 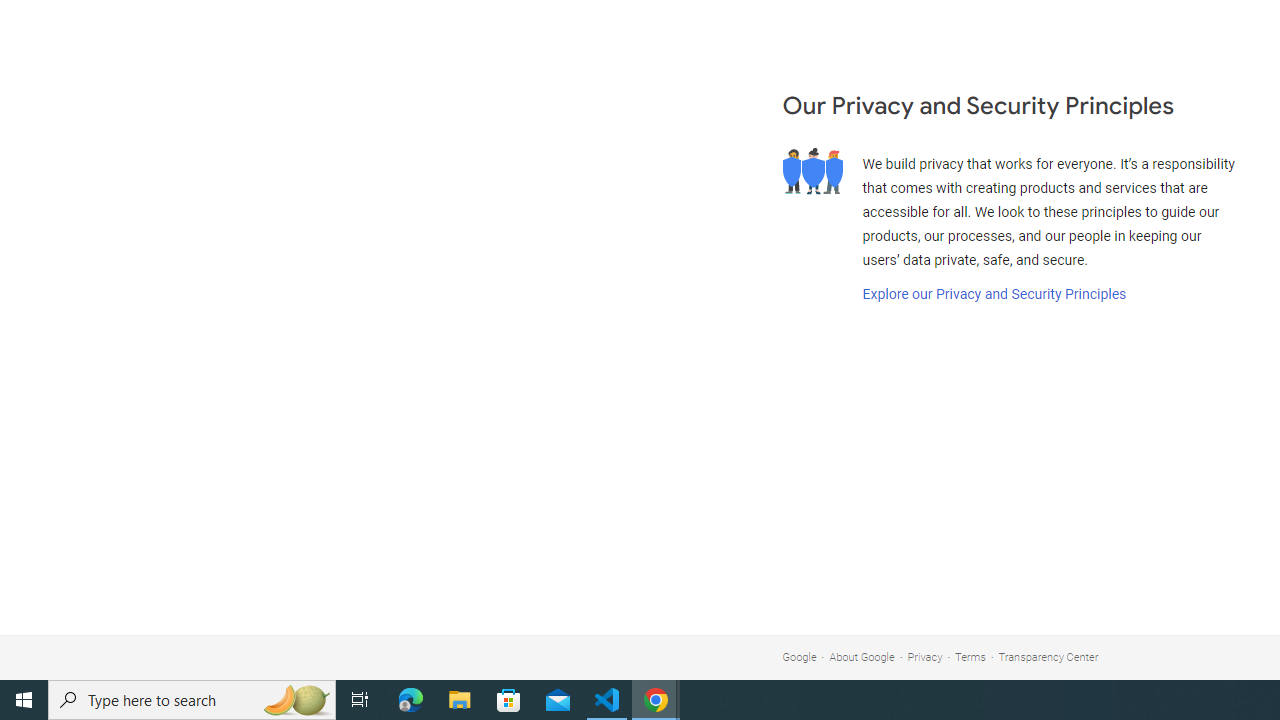 What do you see at coordinates (970, 657) in the screenshot?
I see `'Terms'` at bounding box center [970, 657].